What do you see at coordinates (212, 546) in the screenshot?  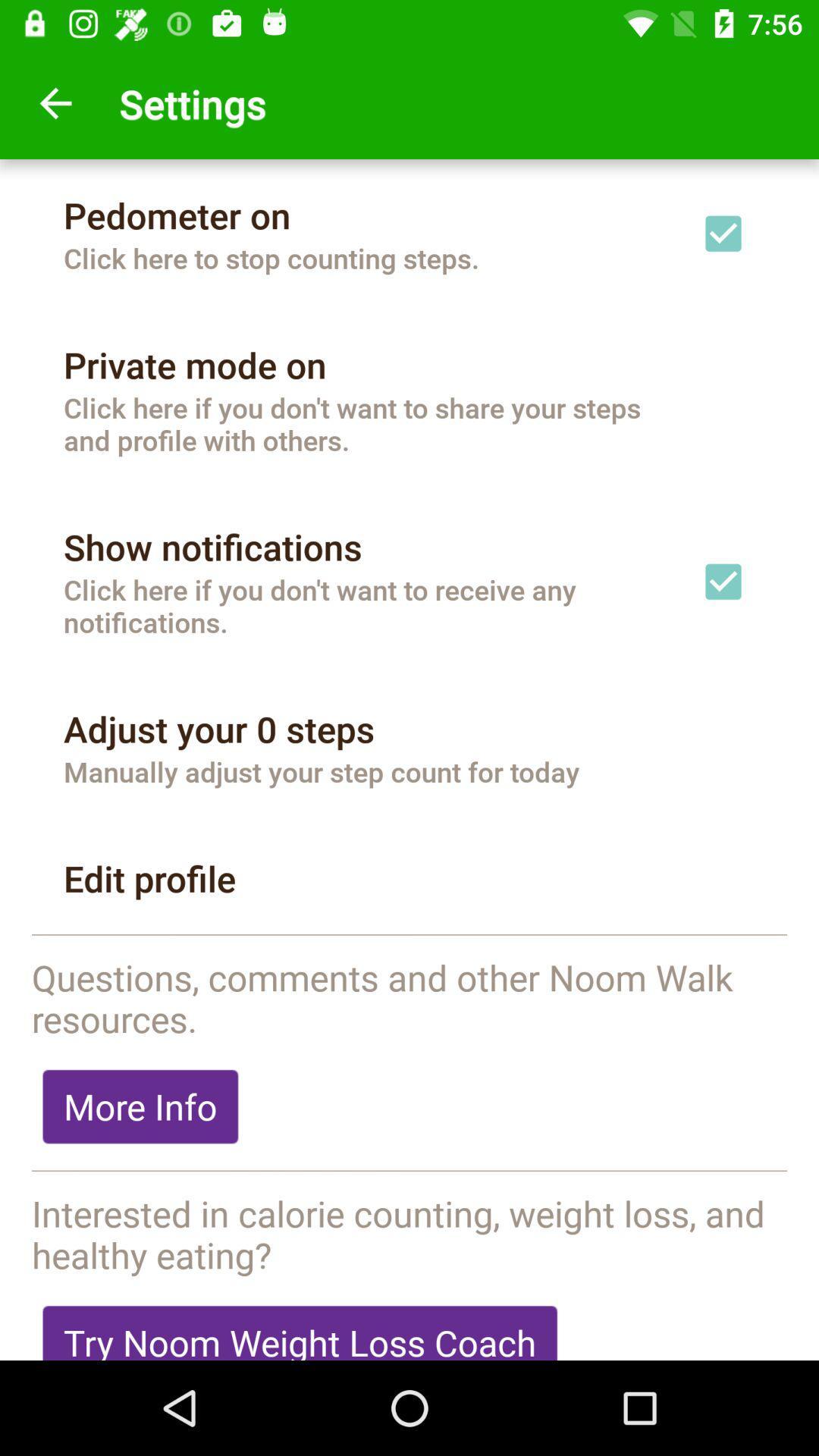 I see `show notifications icon` at bounding box center [212, 546].